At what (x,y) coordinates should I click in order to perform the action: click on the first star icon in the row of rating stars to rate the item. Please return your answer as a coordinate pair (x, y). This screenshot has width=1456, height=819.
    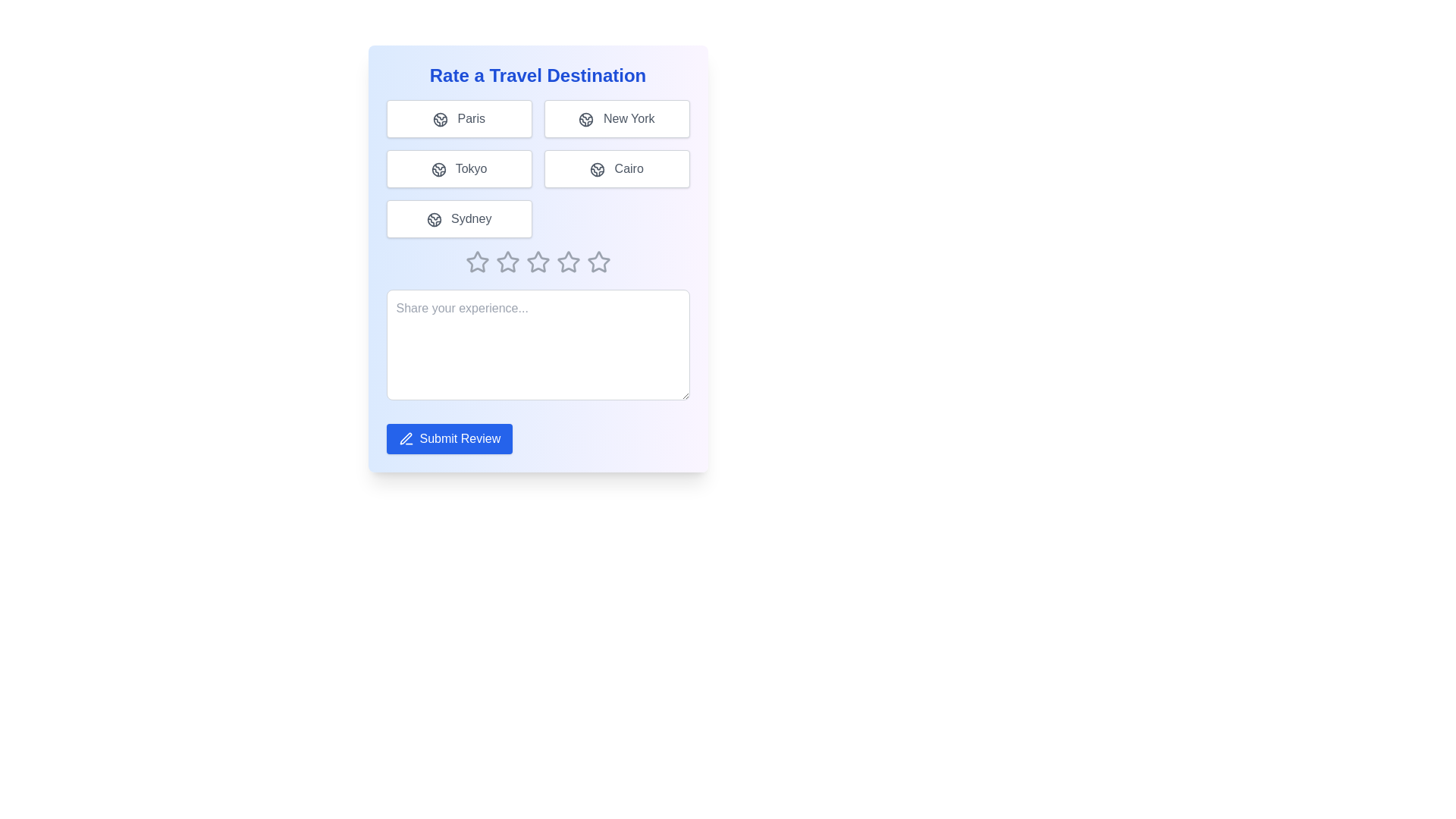
    Looking at the image, I should click on (476, 262).